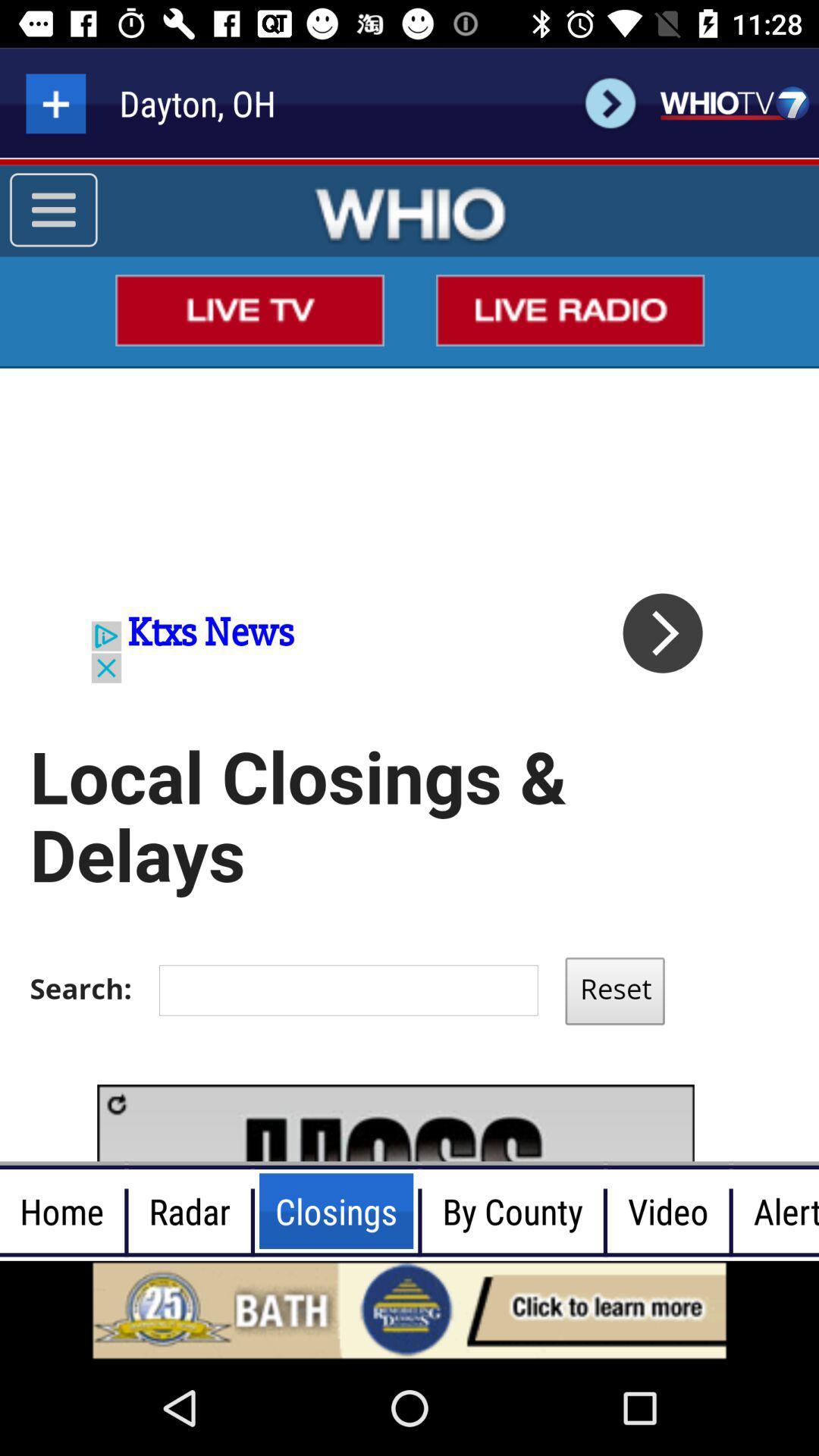 The image size is (819, 1456). What do you see at coordinates (610, 102) in the screenshot?
I see `back` at bounding box center [610, 102].